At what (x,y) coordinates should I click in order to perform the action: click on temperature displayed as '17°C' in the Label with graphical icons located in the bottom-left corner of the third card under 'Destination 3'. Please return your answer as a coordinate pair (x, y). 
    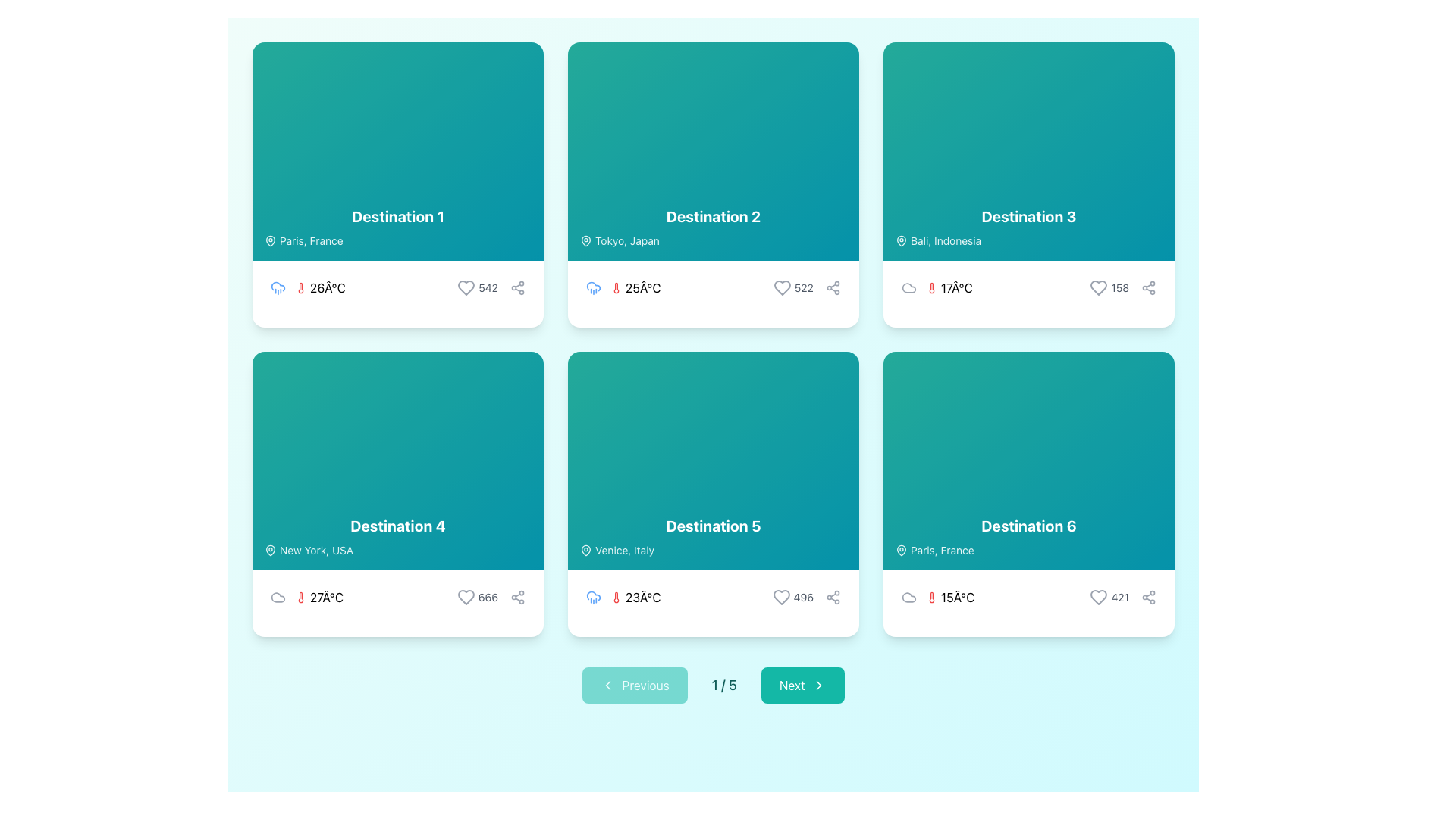
    Looking at the image, I should click on (936, 288).